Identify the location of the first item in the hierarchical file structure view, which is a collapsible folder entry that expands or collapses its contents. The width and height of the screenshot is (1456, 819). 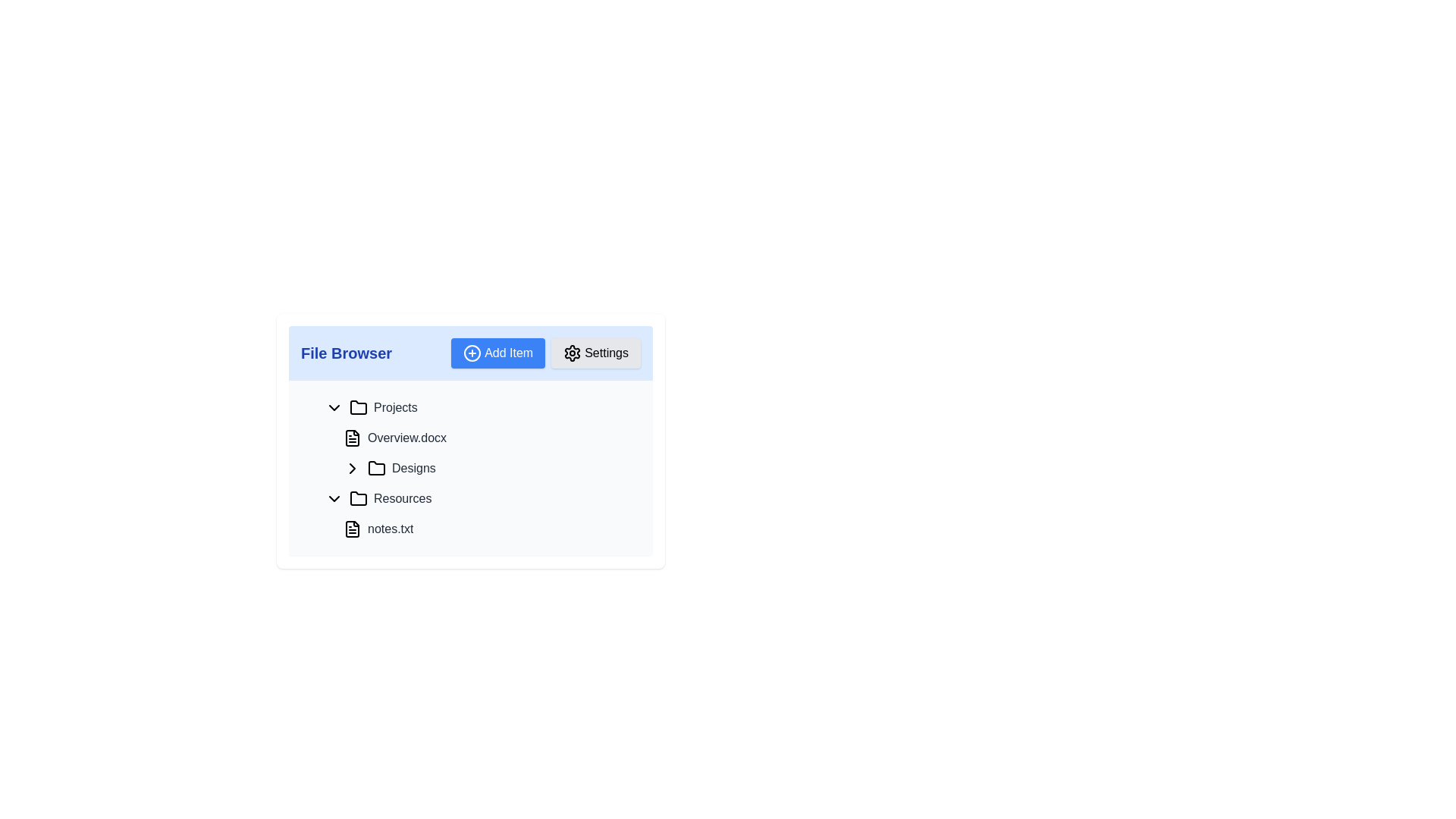
(479, 406).